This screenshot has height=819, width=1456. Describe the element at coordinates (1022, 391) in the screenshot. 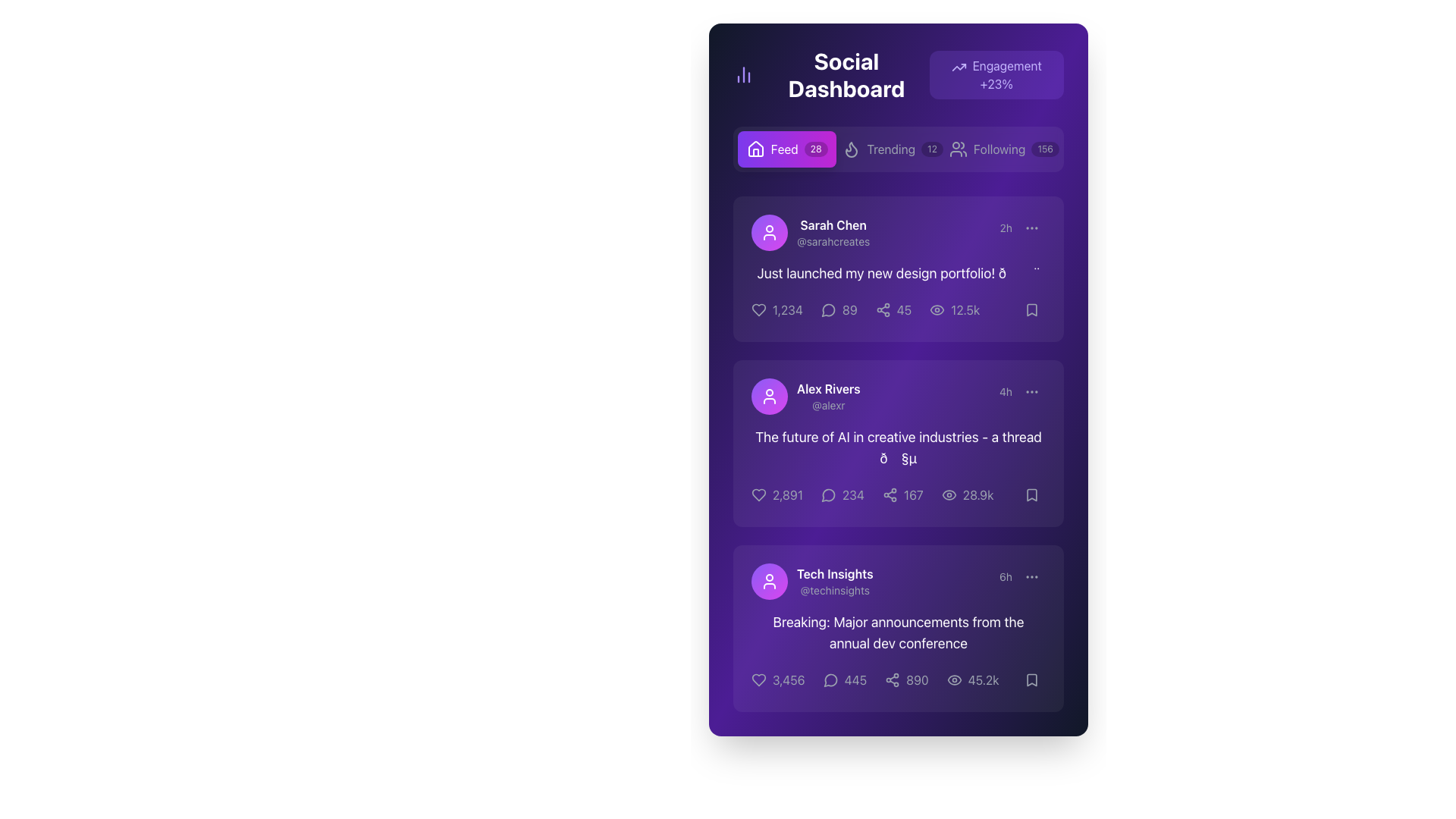

I see `timestamp '4h' from the compact UI component located in the top-right corner of the post by 'Alex Rivers', which consists of the text '4h' and a three-dot options icon` at that location.